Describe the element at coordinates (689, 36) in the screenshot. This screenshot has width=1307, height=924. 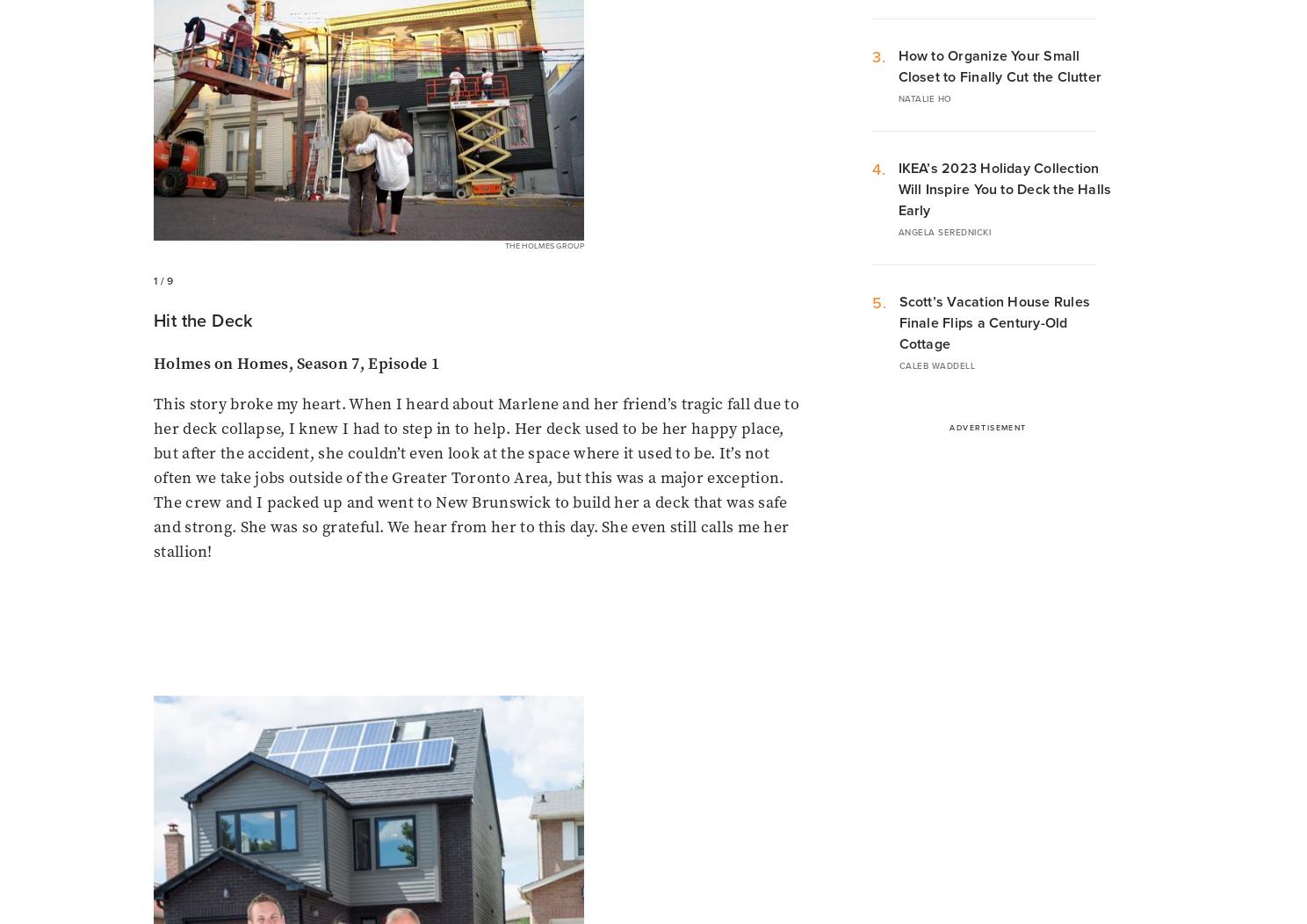
I see `'Caleb Waddell'` at that location.